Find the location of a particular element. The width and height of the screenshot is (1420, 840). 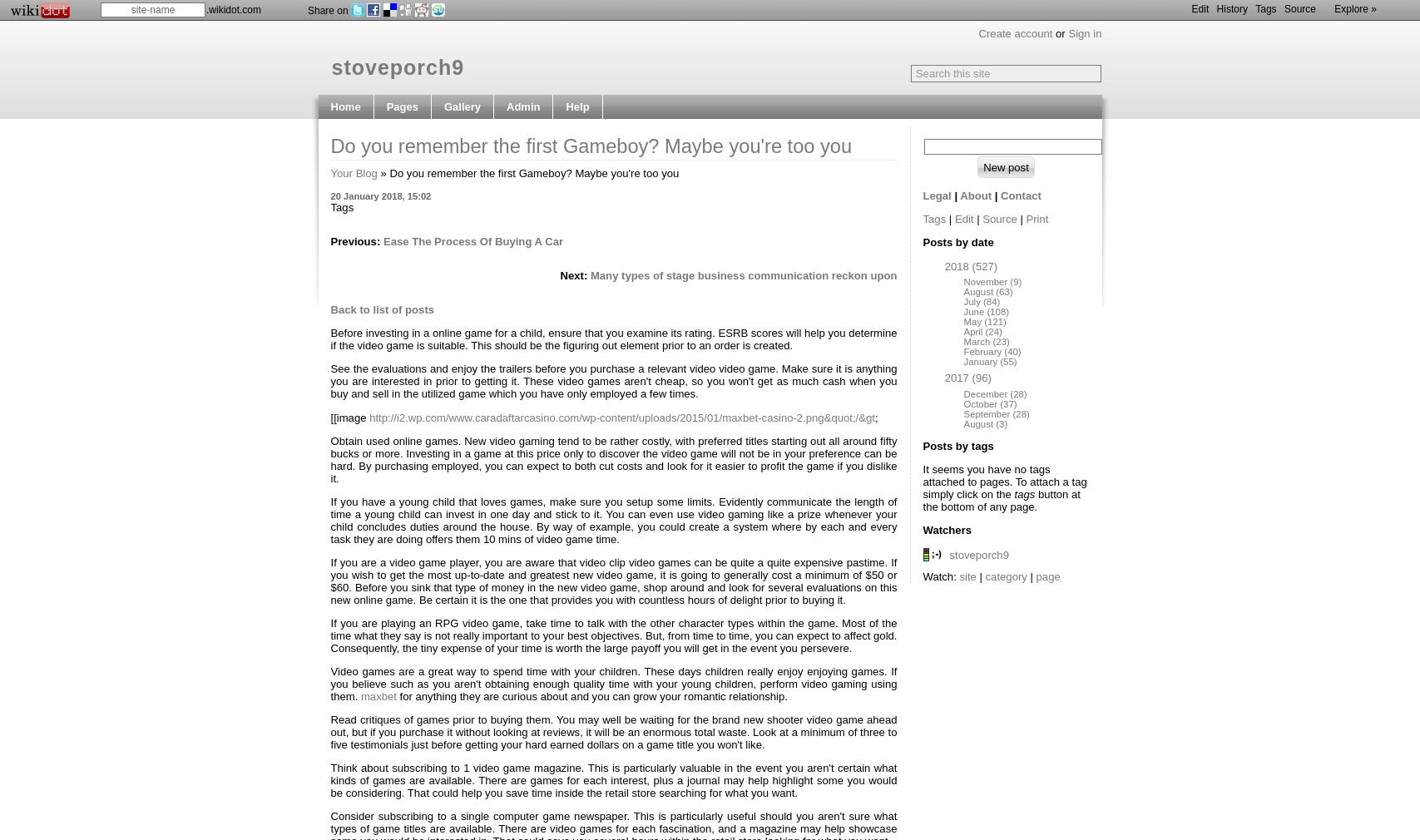

'June (108)' is located at coordinates (962, 312).